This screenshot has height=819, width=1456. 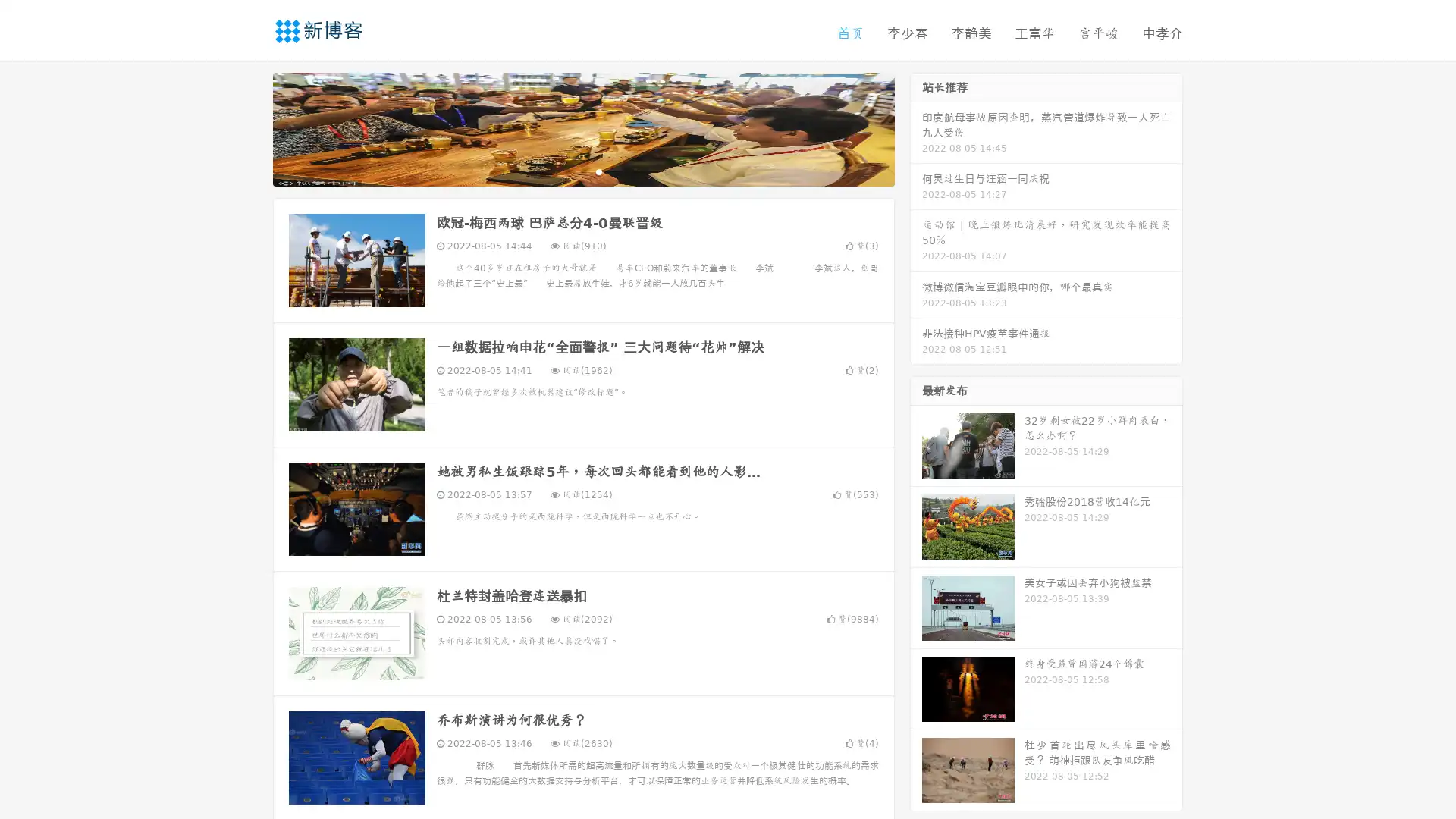 What do you see at coordinates (598, 171) in the screenshot?
I see `Go to slide 3` at bounding box center [598, 171].